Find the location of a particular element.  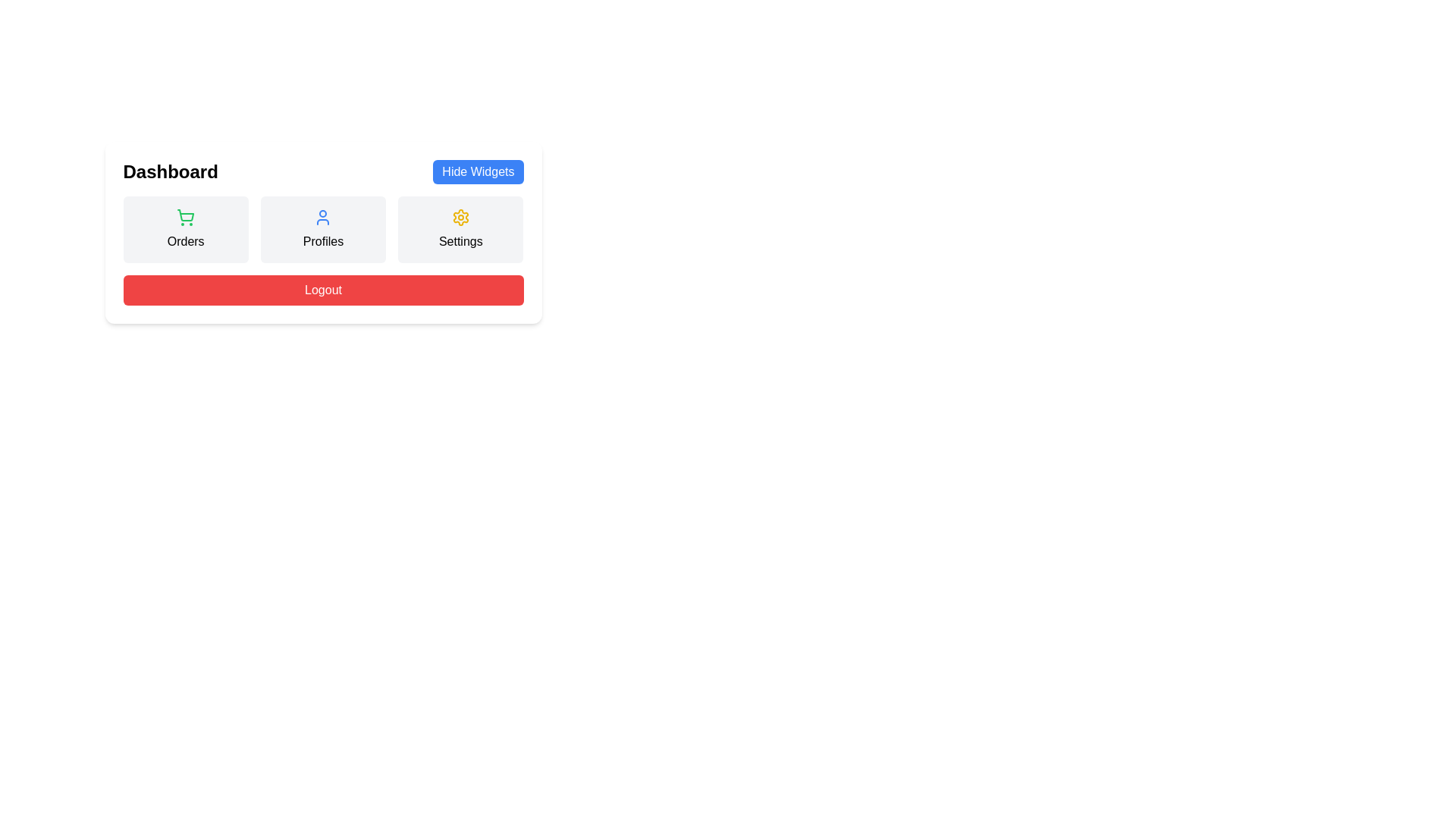

the button located in the top right corner of the section, next to the 'Dashboard' label, to hide visible widgets is located at coordinates (477, 171).